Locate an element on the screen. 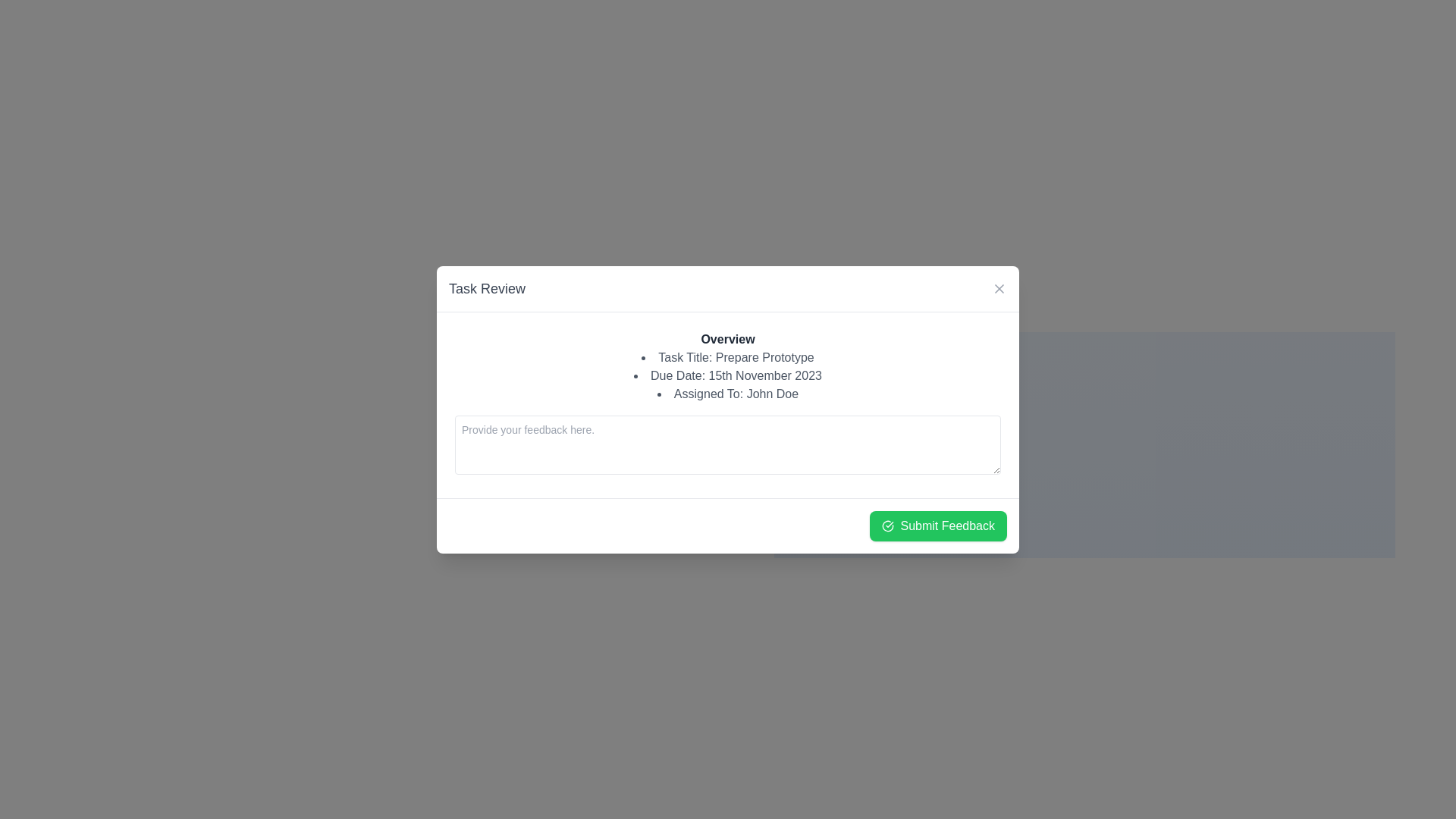  the list item containing the text 'Task Title: Prepare Prototype', which is the first item in the bulleted list under the 'Overview' heading is located at coordinates (728, 357).